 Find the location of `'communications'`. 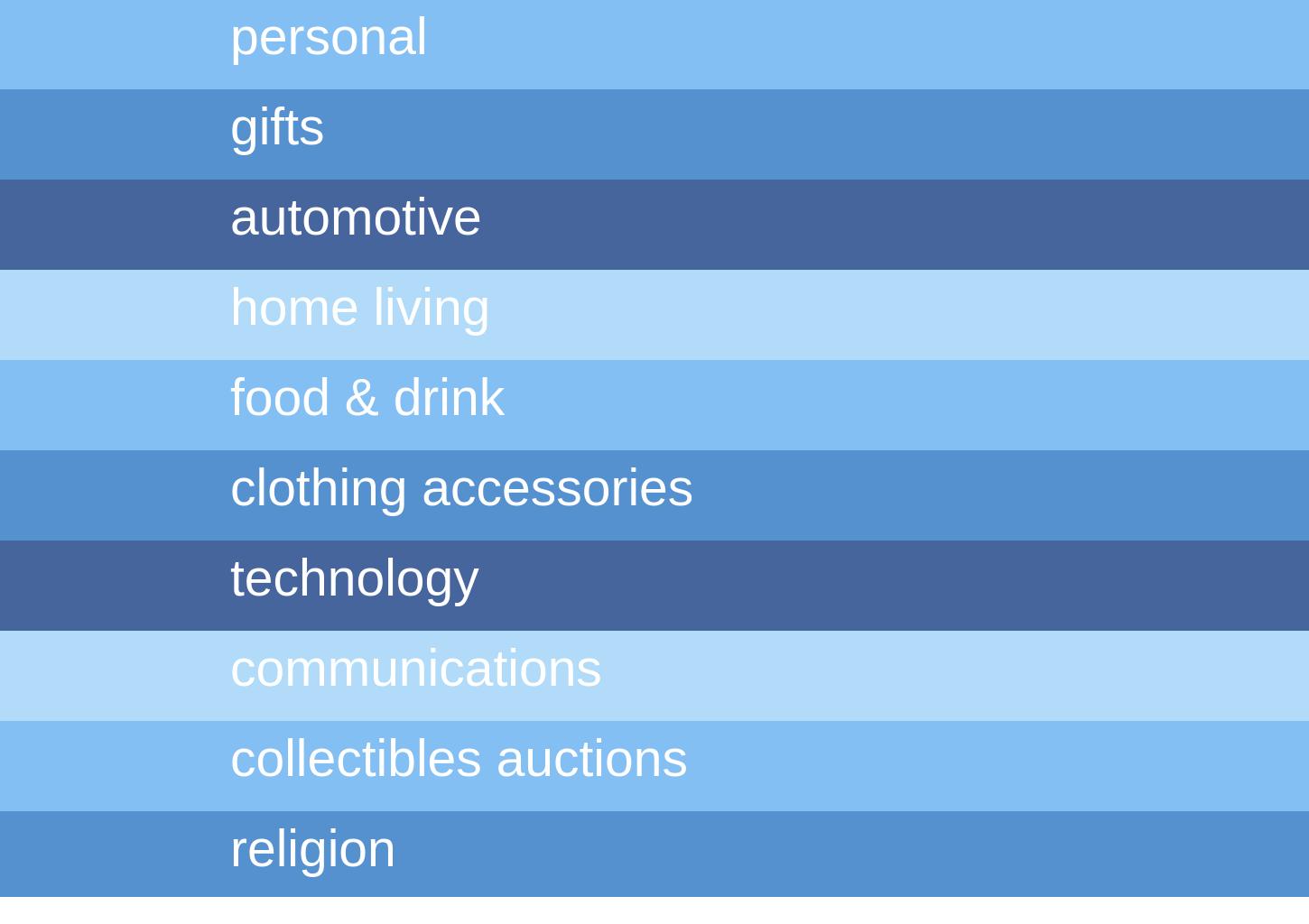

'communications' is located at coordinates (230, 667).